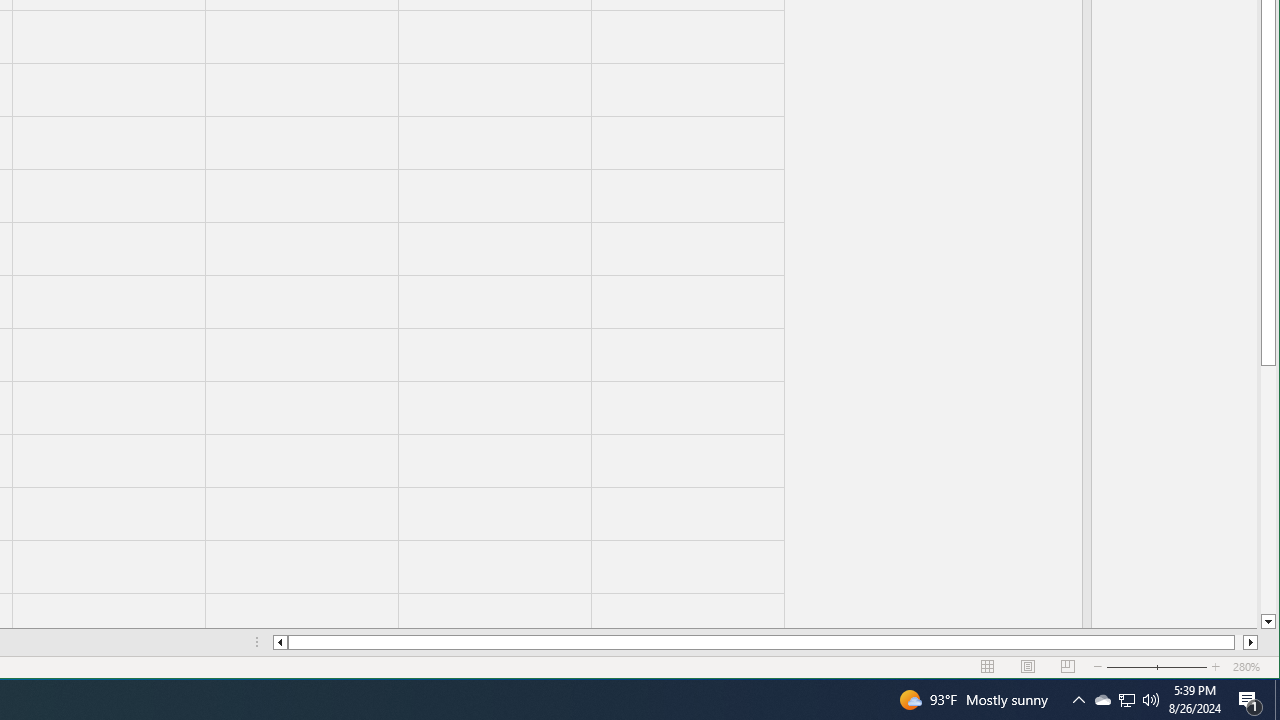 This screenshot has width=1280, height=720. I want to click on 'Page right', so click(1238, 642).